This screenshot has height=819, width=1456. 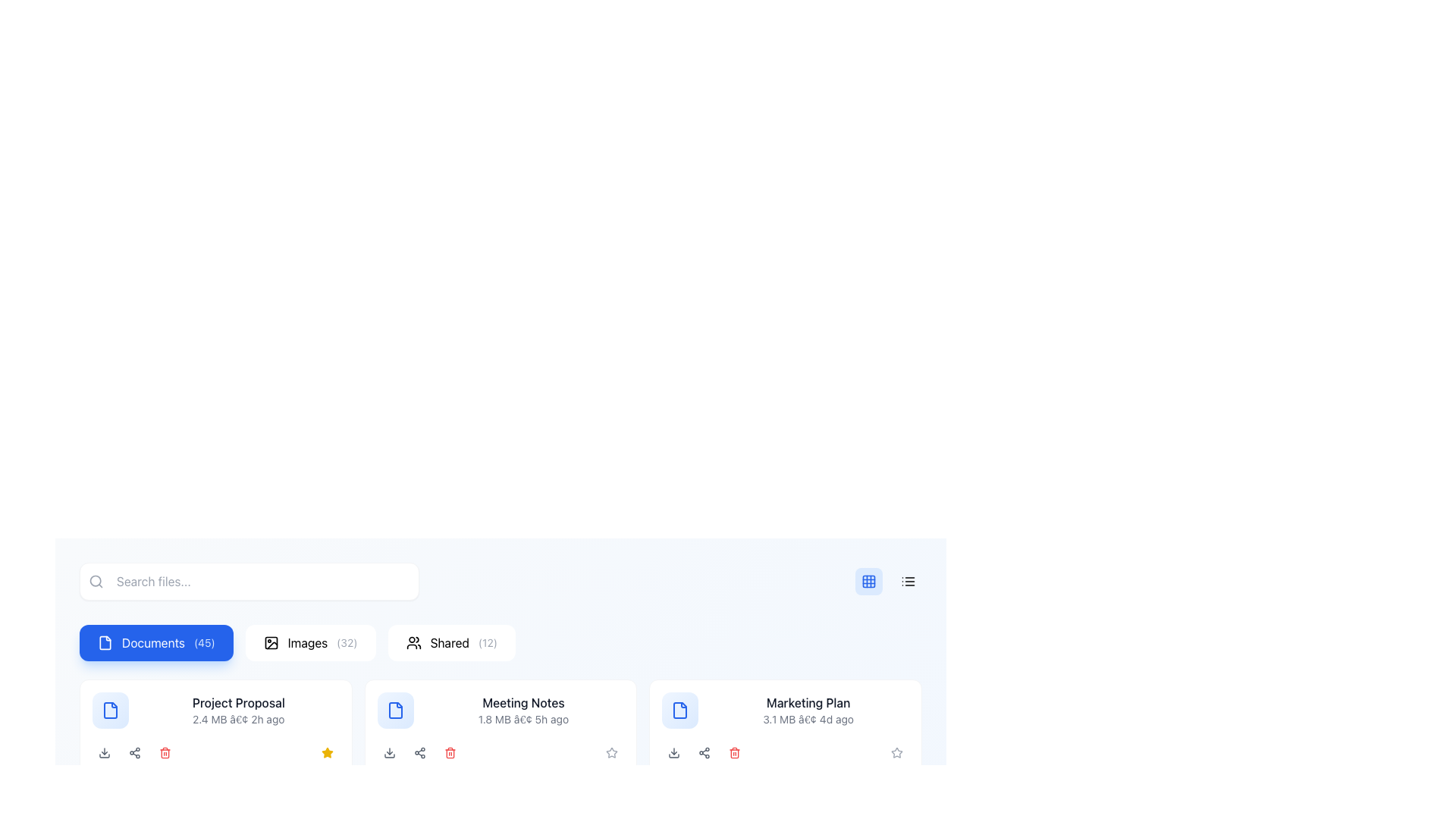 I want to click on the star icon button located at the far-right side of the third card, so click(x=896, y=752).